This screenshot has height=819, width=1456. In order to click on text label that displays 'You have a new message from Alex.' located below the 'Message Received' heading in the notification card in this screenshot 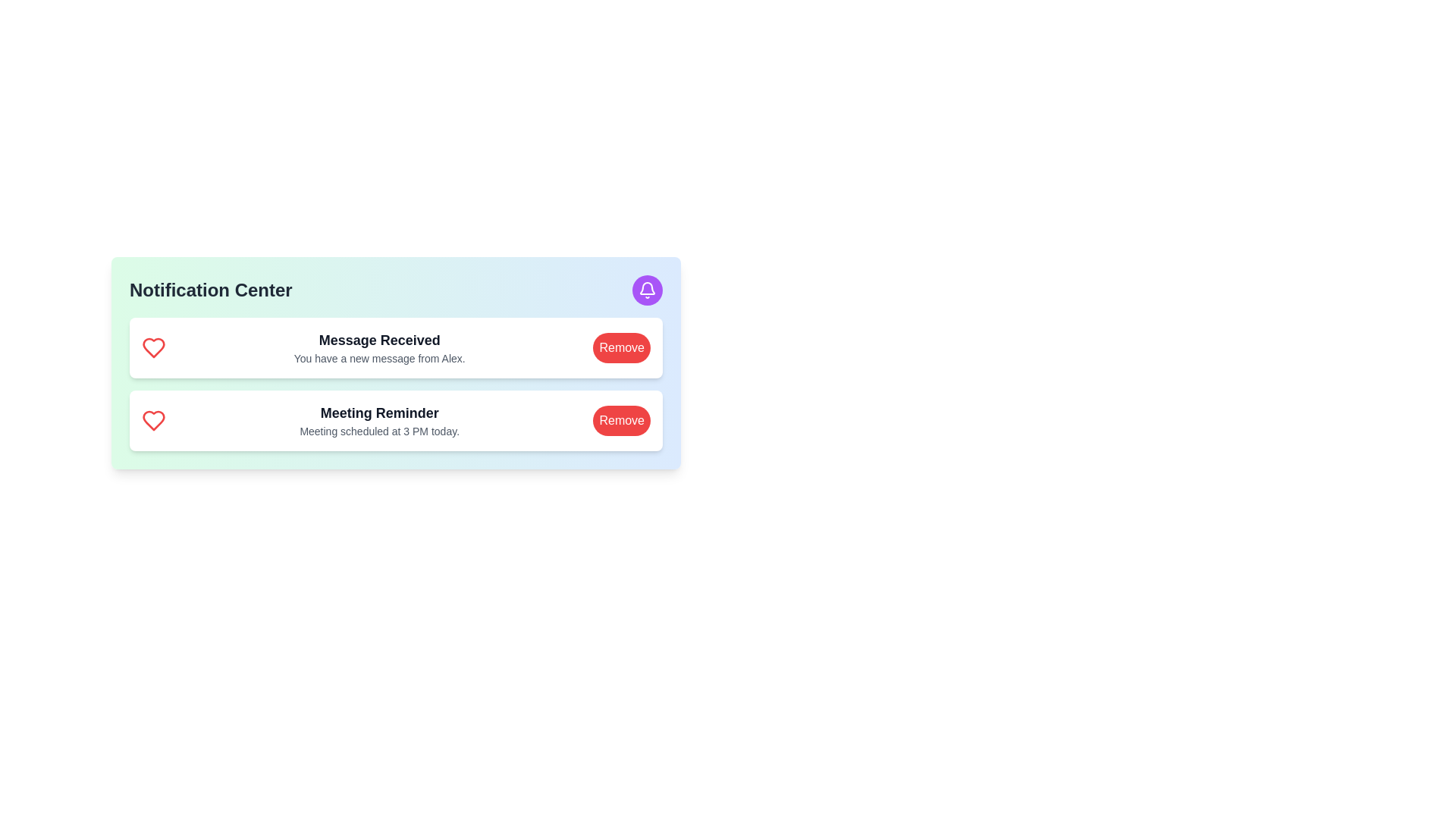, I will do `click(379, 359)`.